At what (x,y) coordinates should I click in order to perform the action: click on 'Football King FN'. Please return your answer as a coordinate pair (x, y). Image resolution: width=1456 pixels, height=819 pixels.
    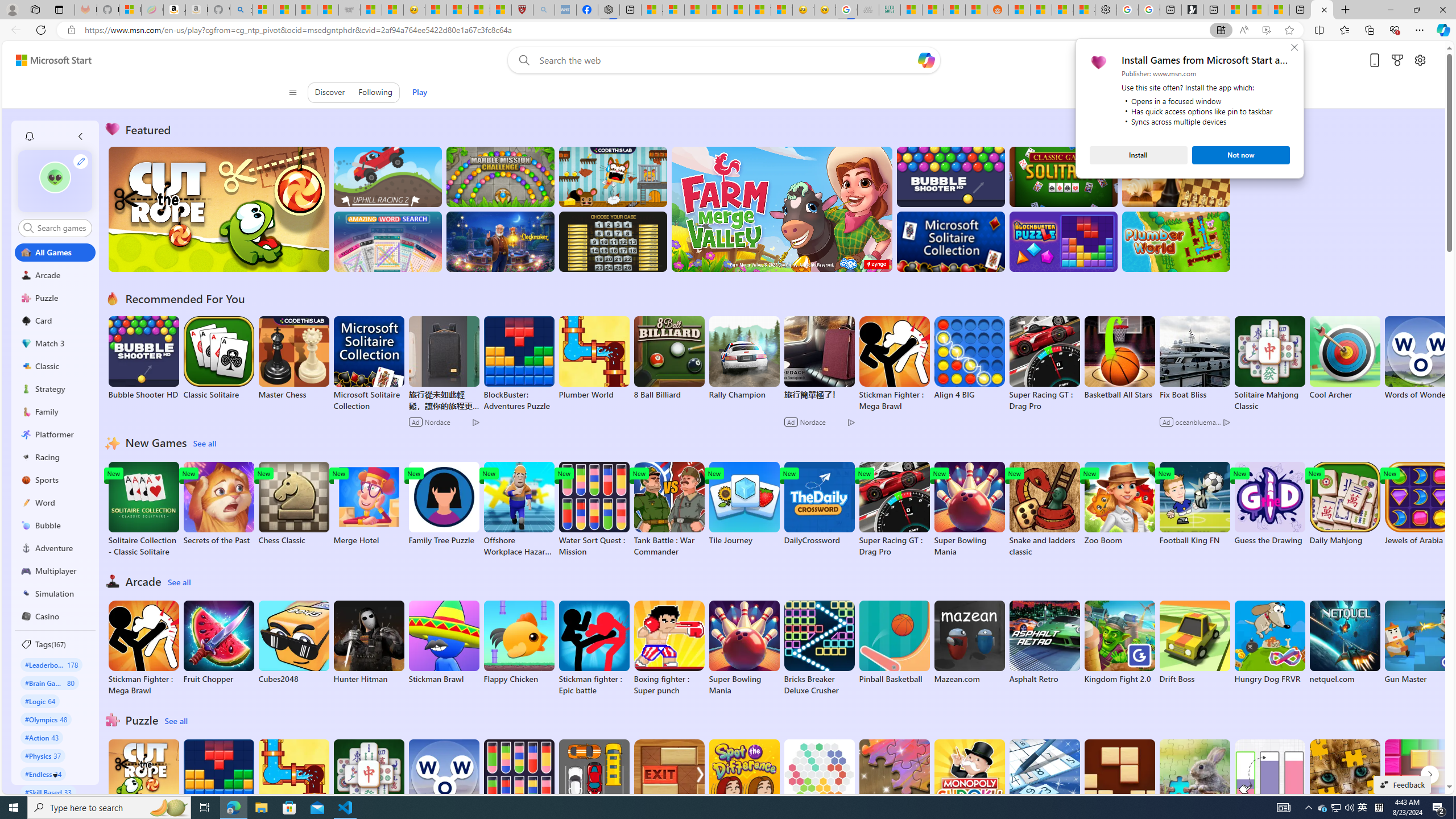
    Looking at the image, I should click on (1194, 503).